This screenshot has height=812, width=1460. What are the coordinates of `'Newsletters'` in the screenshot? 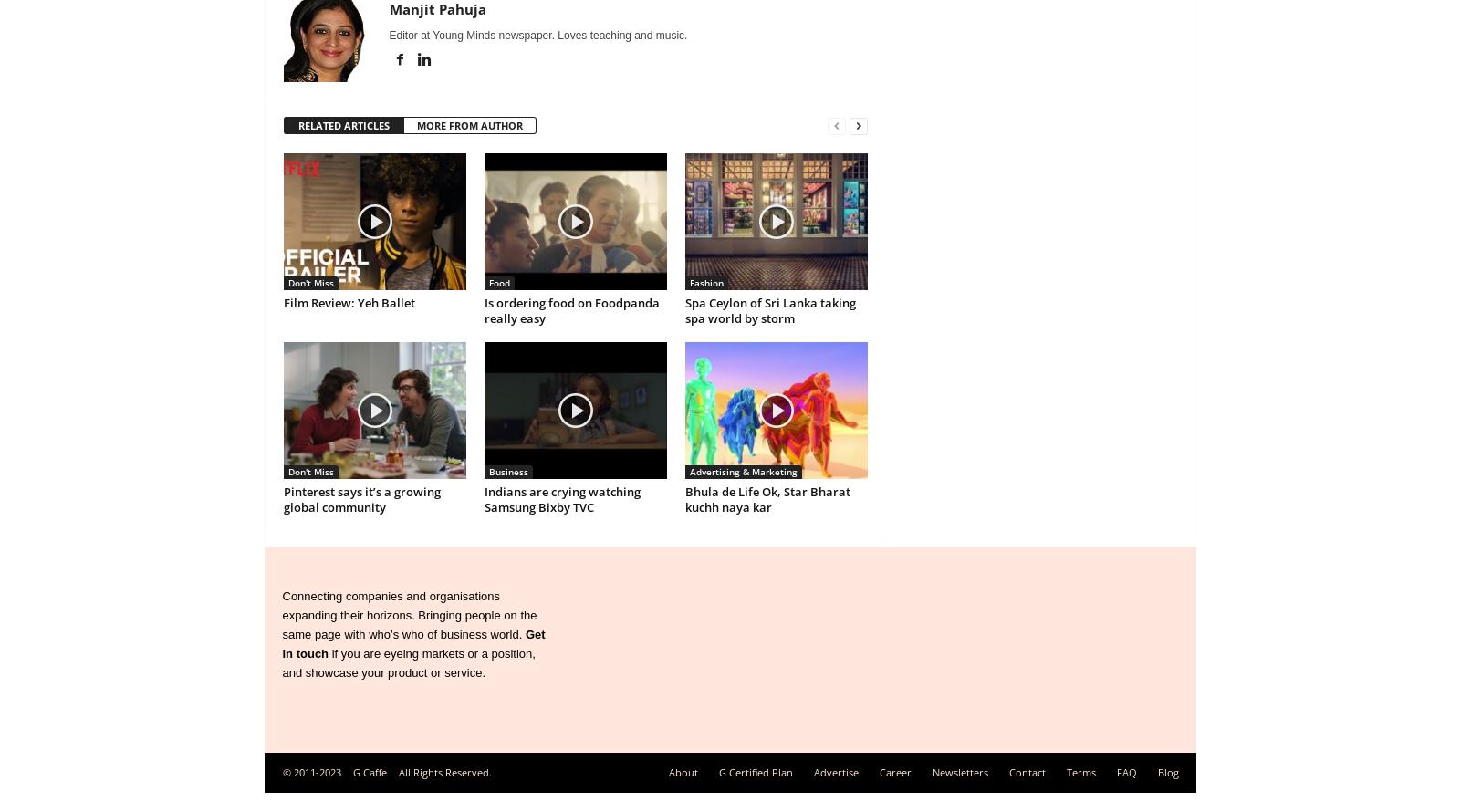 It's located at (931, 771).